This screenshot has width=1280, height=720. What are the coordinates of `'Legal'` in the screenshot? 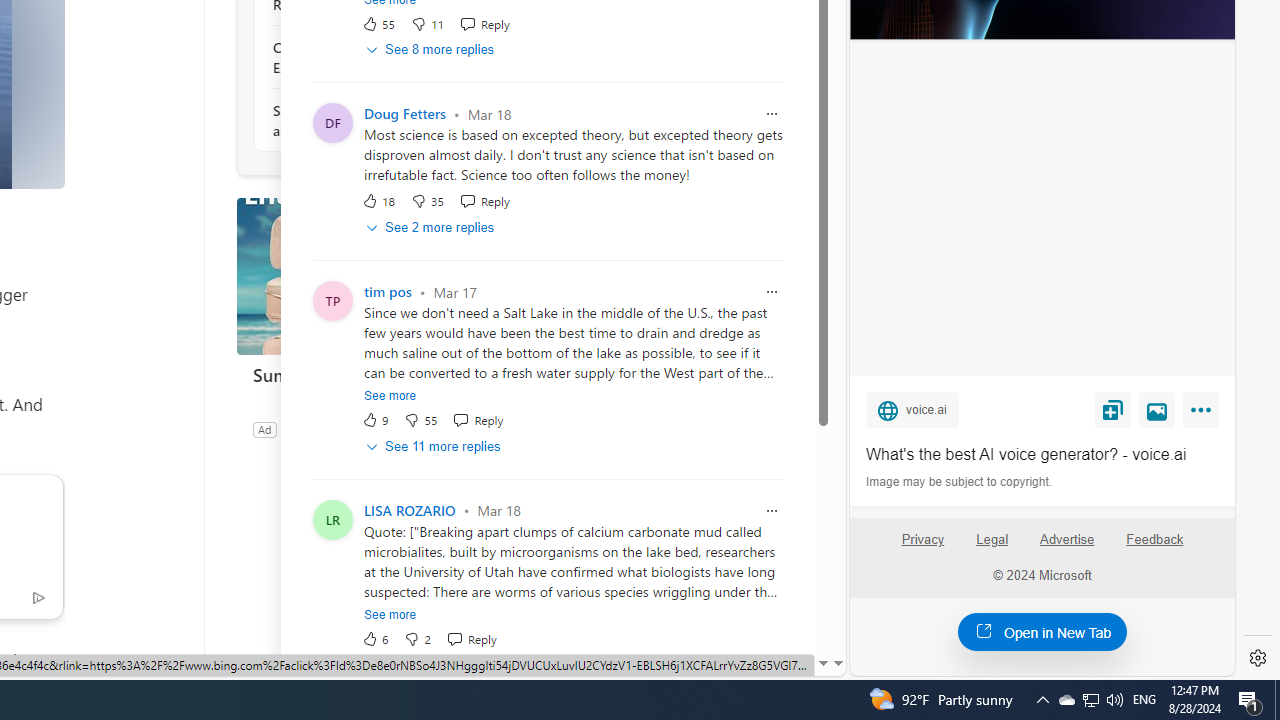 It's located at (992, 538).